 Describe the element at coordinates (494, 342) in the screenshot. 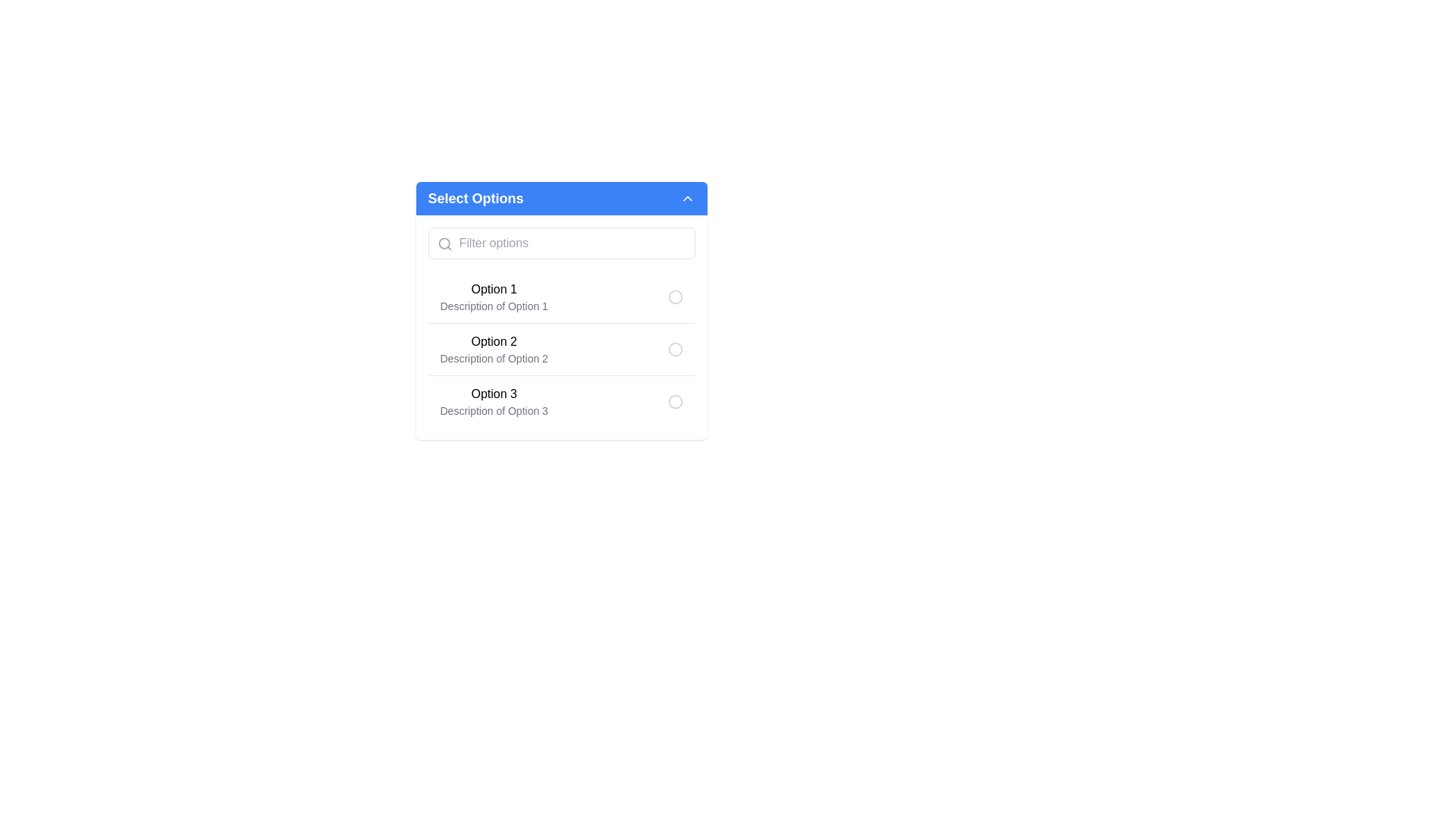

I see `the text label that serves as the title for the first selectable option in the dropdown menu, located below the search bar` at that location.